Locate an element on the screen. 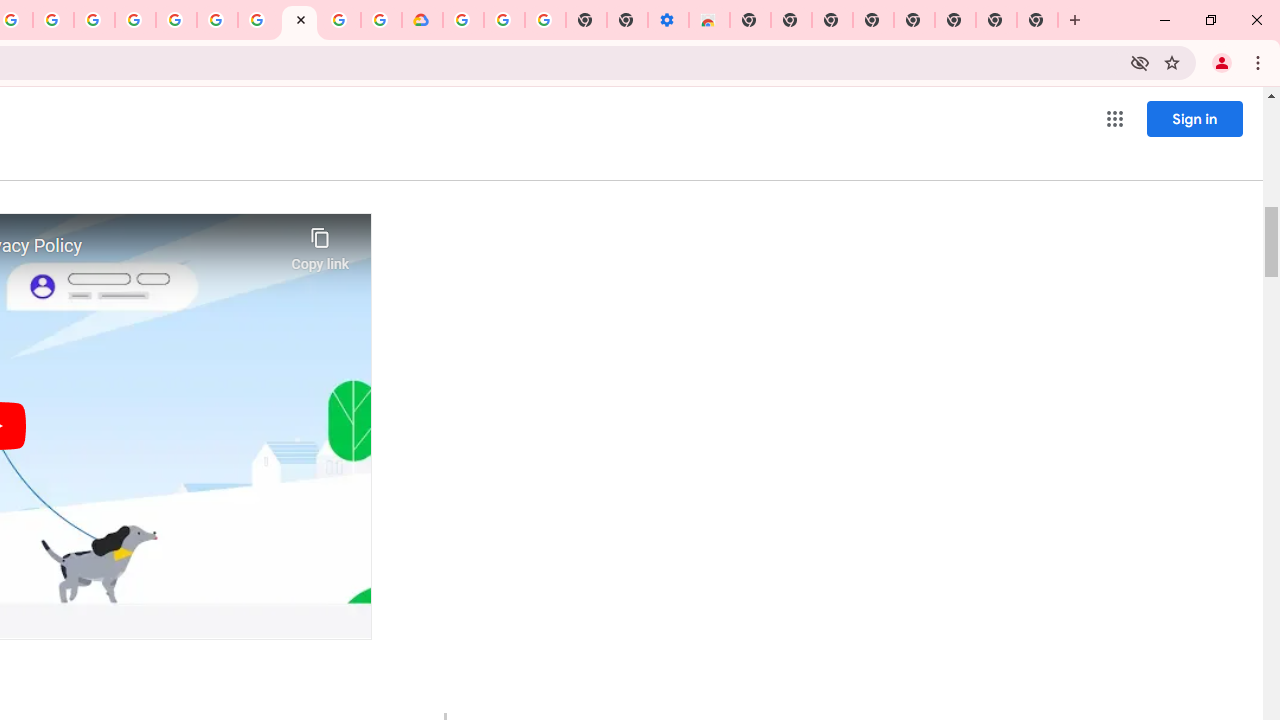 The width and height of the screenshot is (1280, 720). 'New Tab' is located at coordinates (1038, 20).